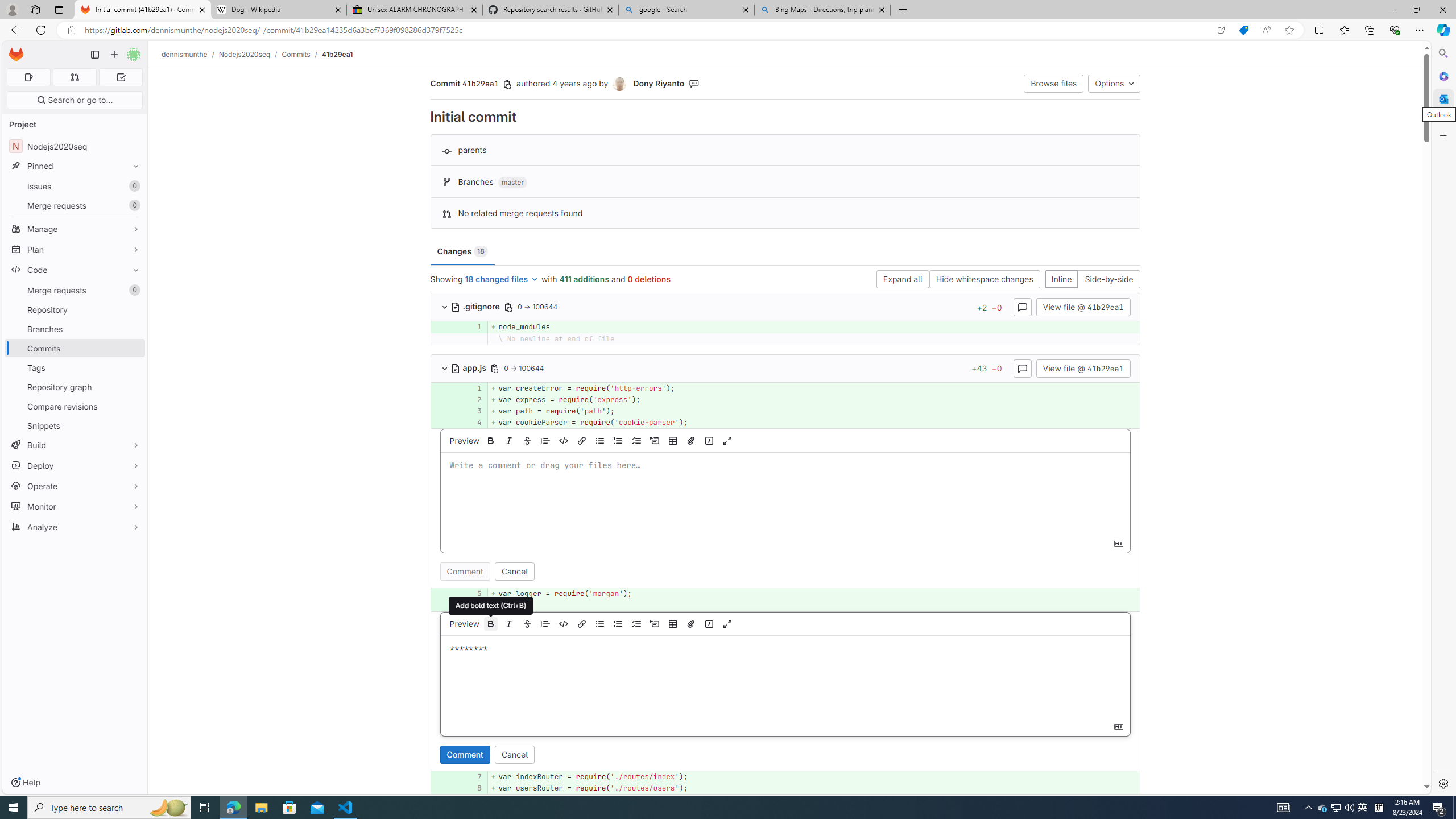 Image resolution: width=1456 pixels, height=819 pixels. I want to click on 'Outlook', so click(1442, 98).